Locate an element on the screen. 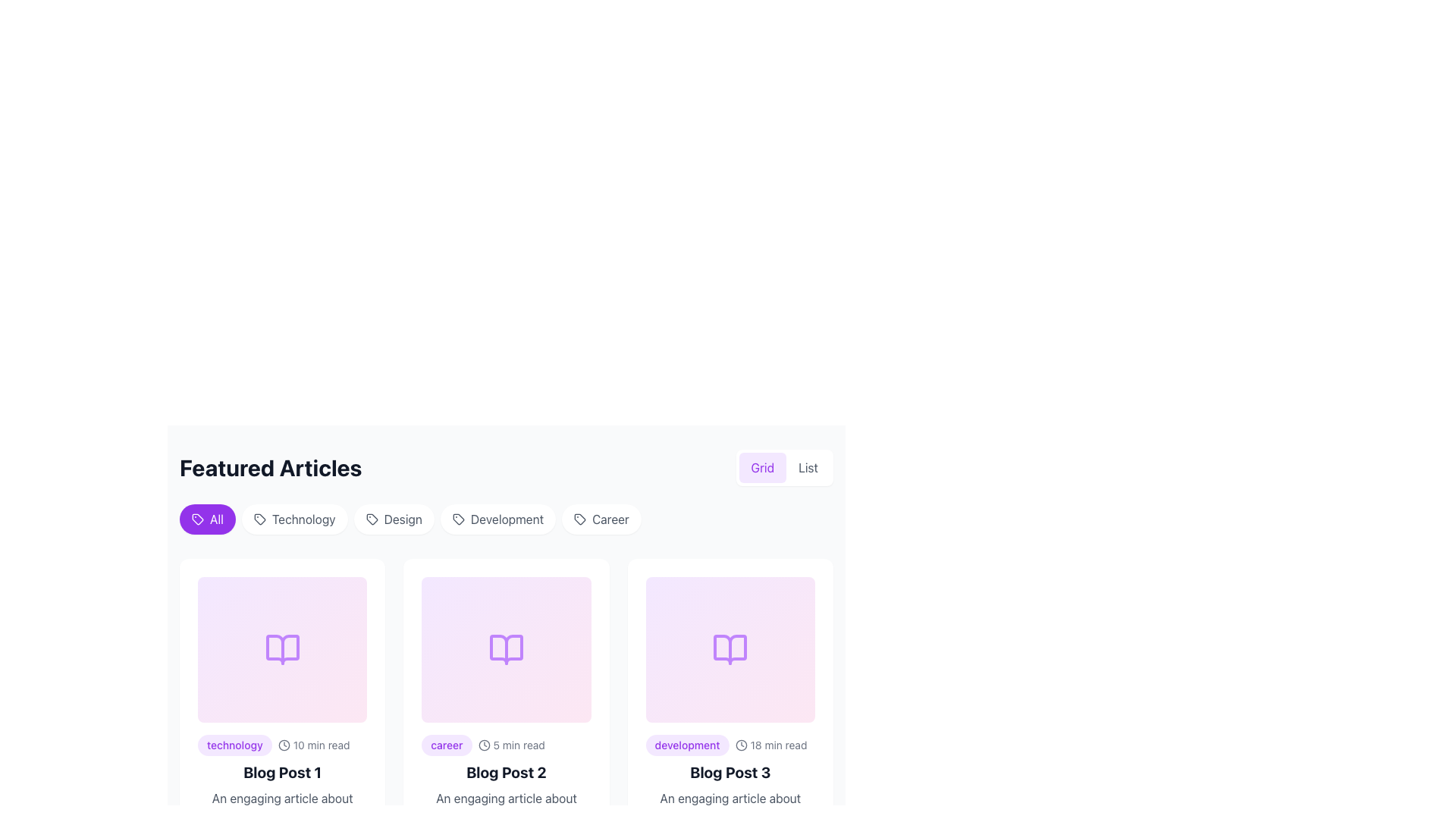 Image resolution: width=1456 pixels, height=819 pixels. the smaller circular element of the clock icon located next to the '18 min read' text under the third blog post titled 'Blog Post 3' is located at coordinates (741, 745).